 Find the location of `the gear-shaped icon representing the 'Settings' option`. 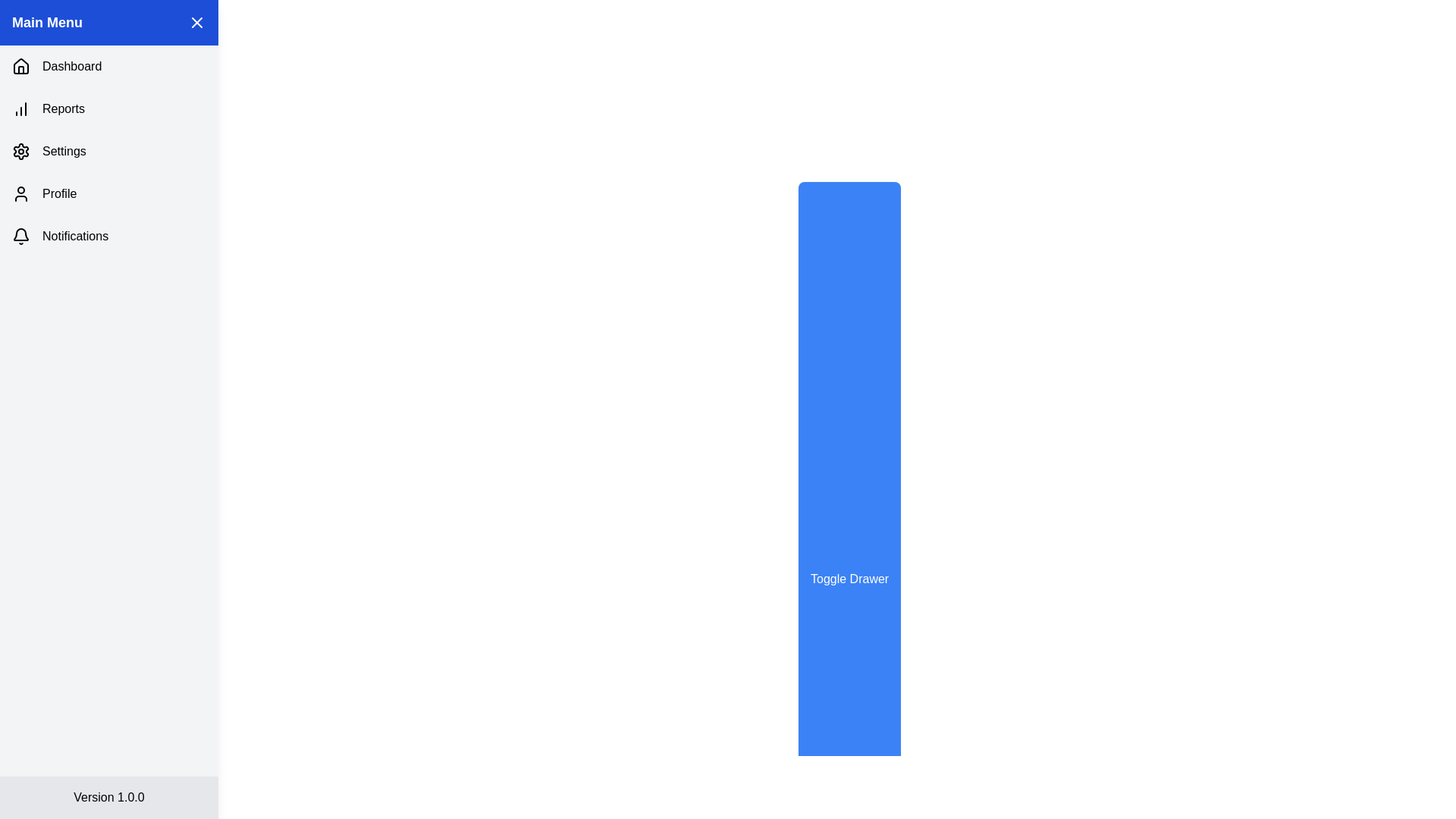

the gear-shaped icon representing the 'Settings' option is located at coordinates (21, 152).